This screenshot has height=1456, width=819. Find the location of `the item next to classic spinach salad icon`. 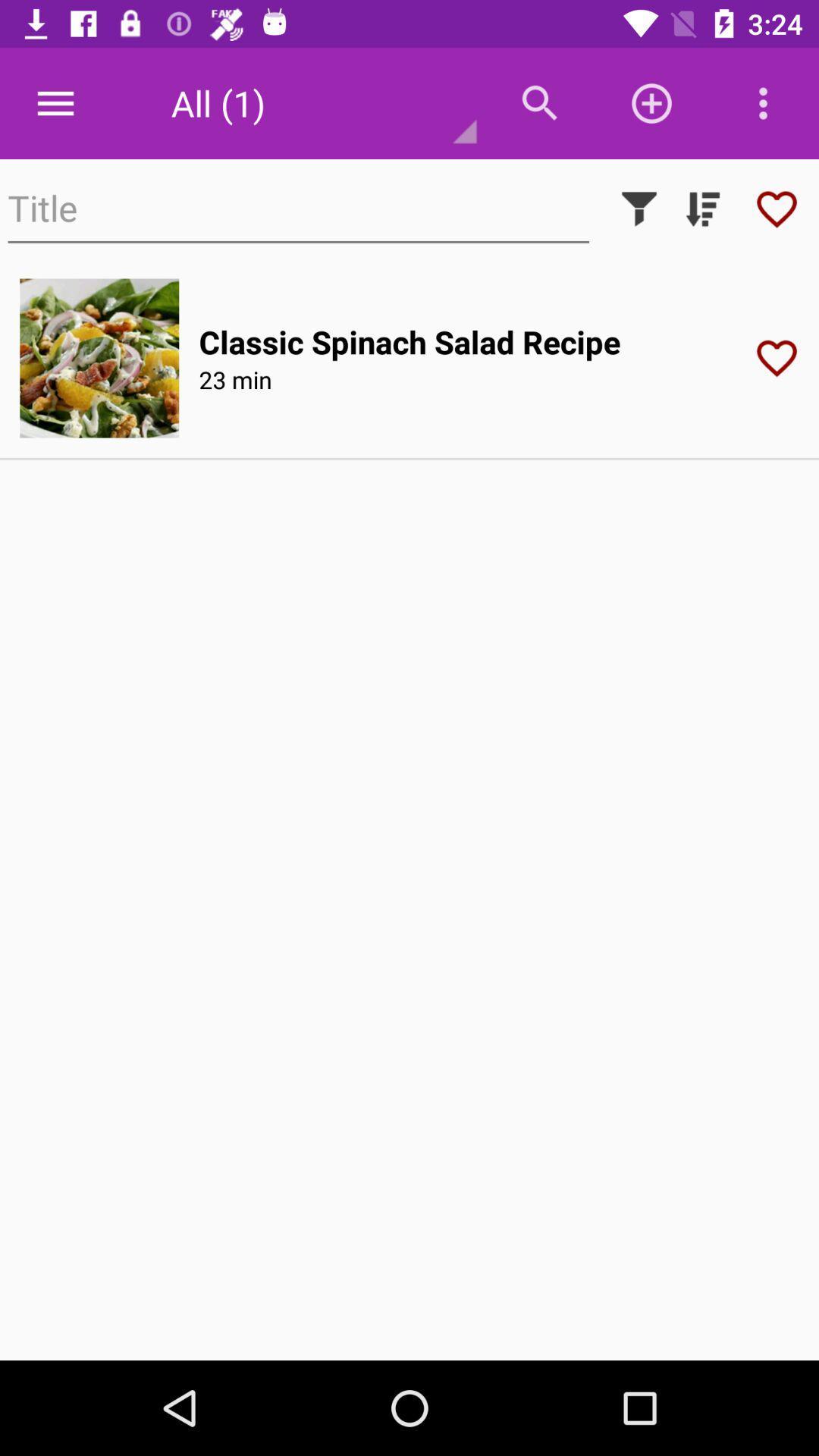

the item next to classic spinach salad icon is located at coordinates (99, 357).